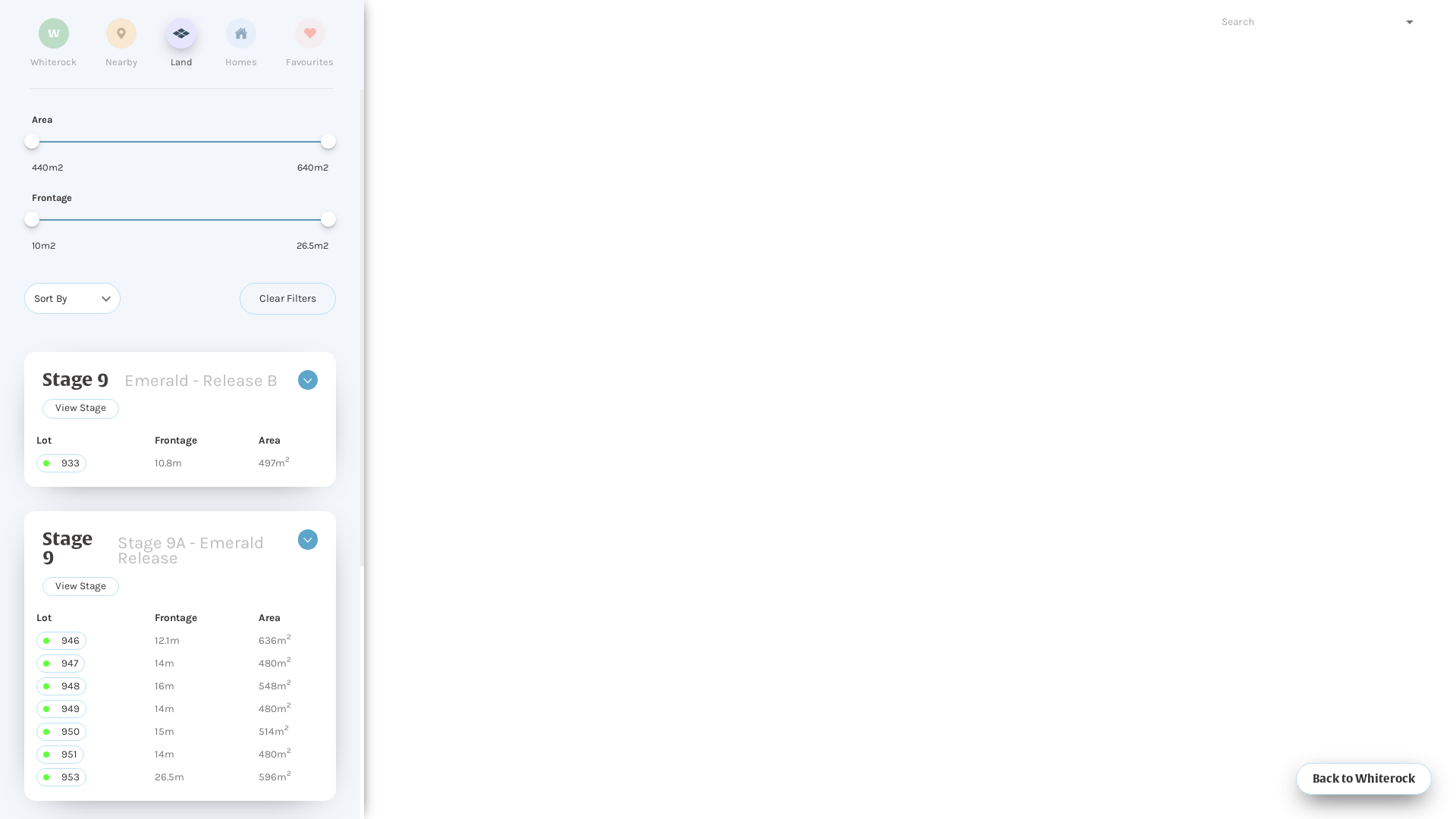  I want to click on 'Open', so click(1408, 22).